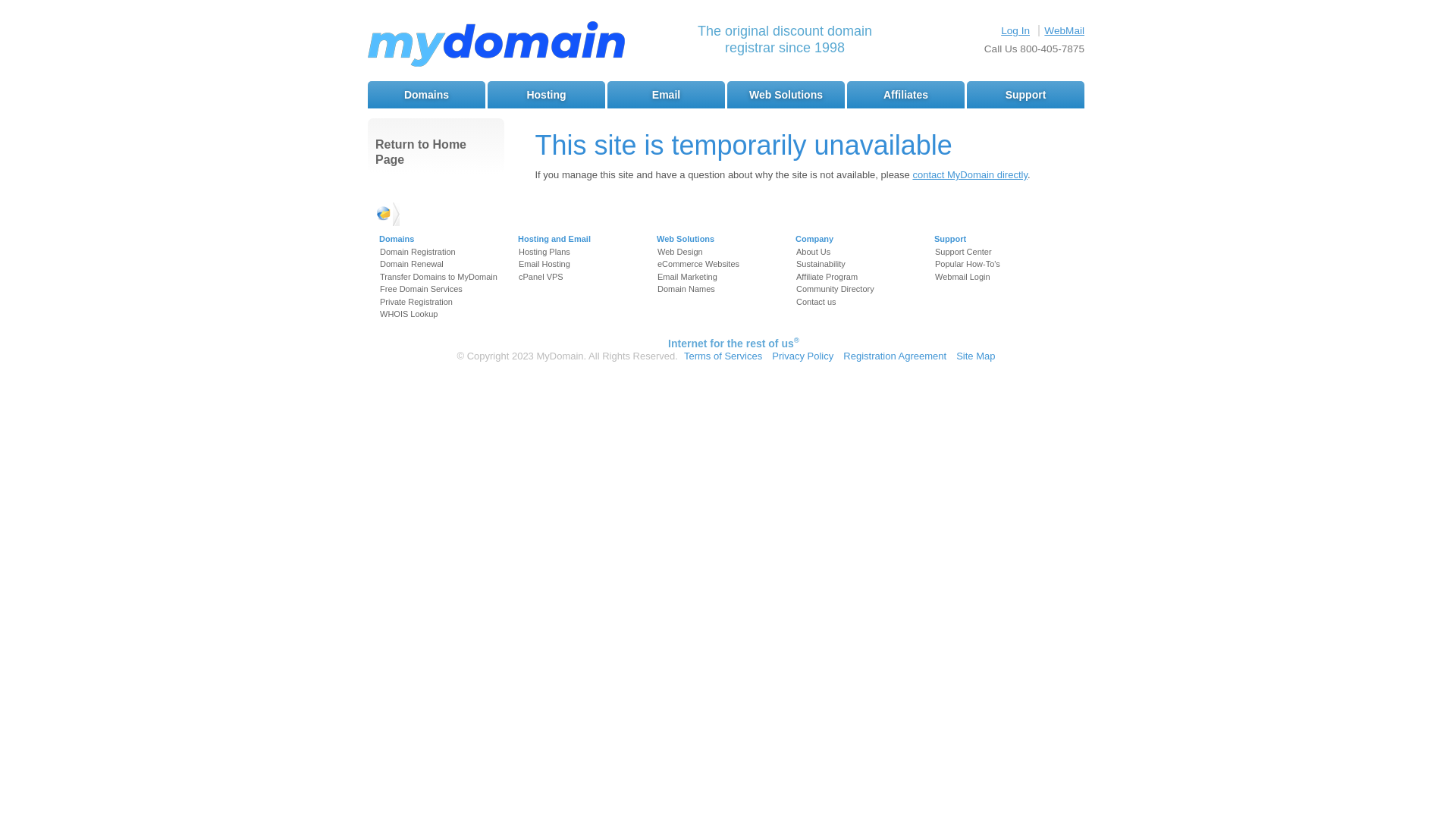 This screenshot has height=819, width=1456. I want to click on 'About Us', so click(812, 250).